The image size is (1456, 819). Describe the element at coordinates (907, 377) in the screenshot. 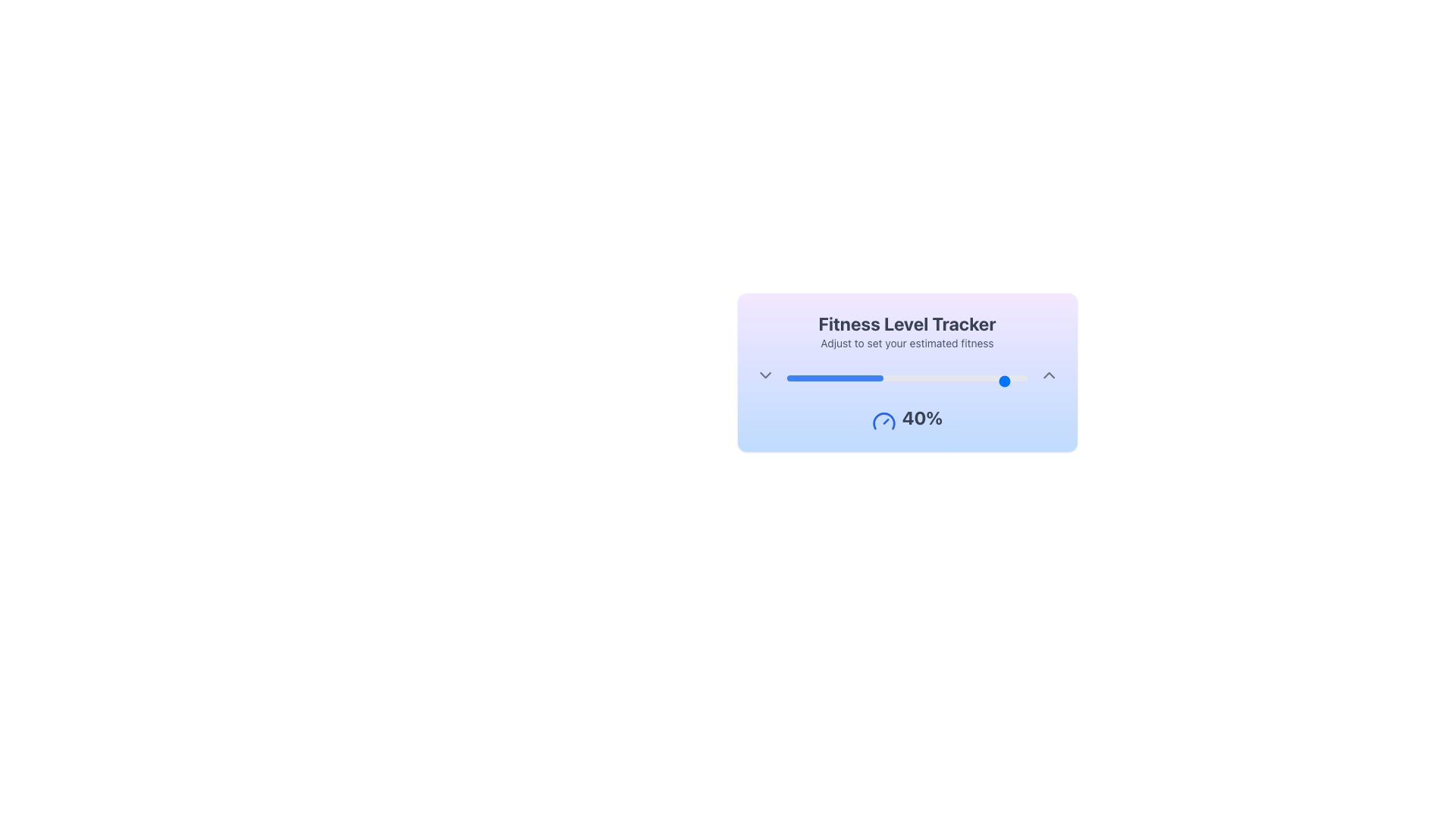

I see `the horizontal progress bar with a gray background and blue section indicating 40% progress, located near the center bottom of the 'Fitness Level Tracker' panel` at that location.